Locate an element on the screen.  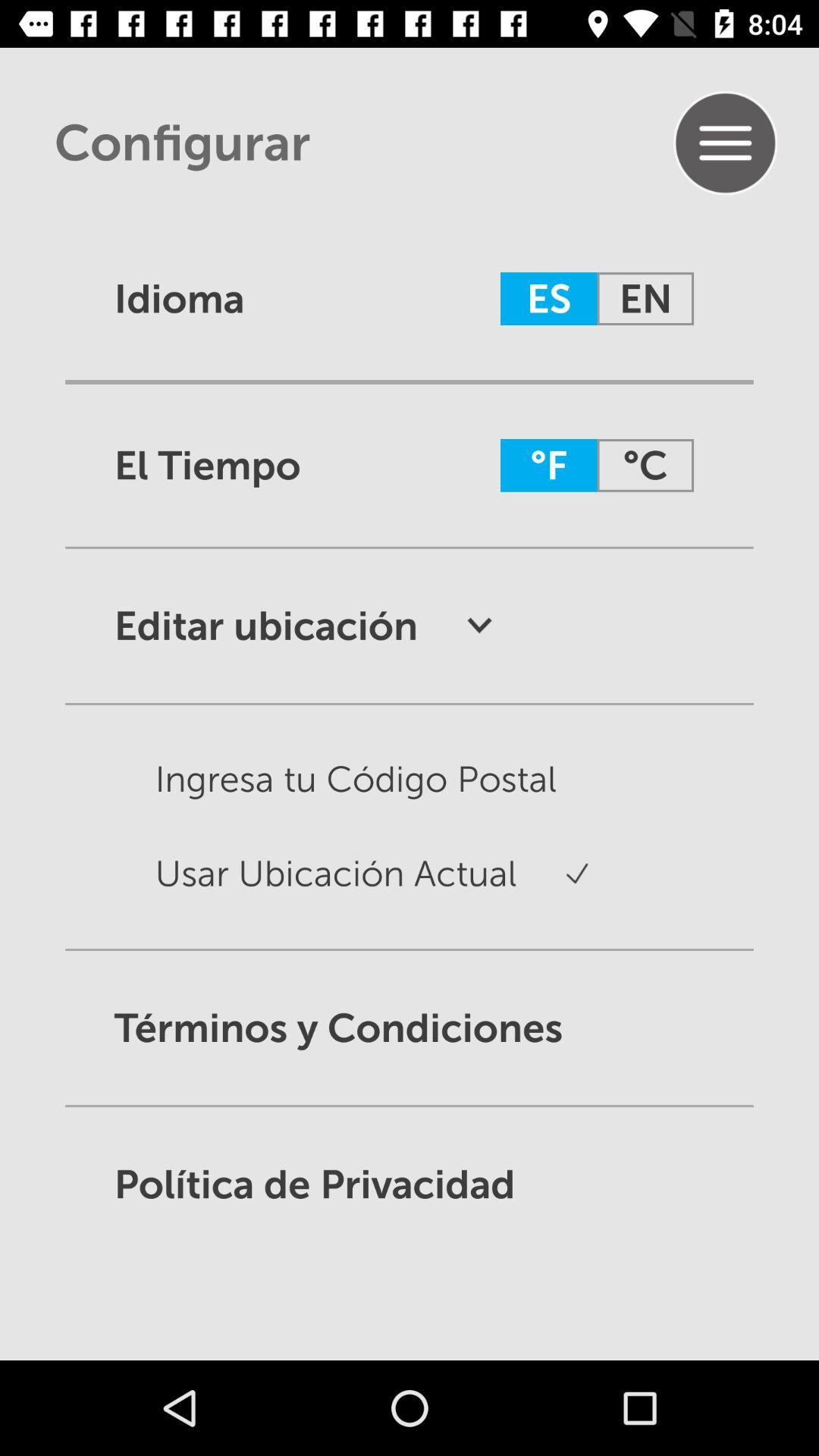
politica de privacidad is located at coordinates (409, 1183).